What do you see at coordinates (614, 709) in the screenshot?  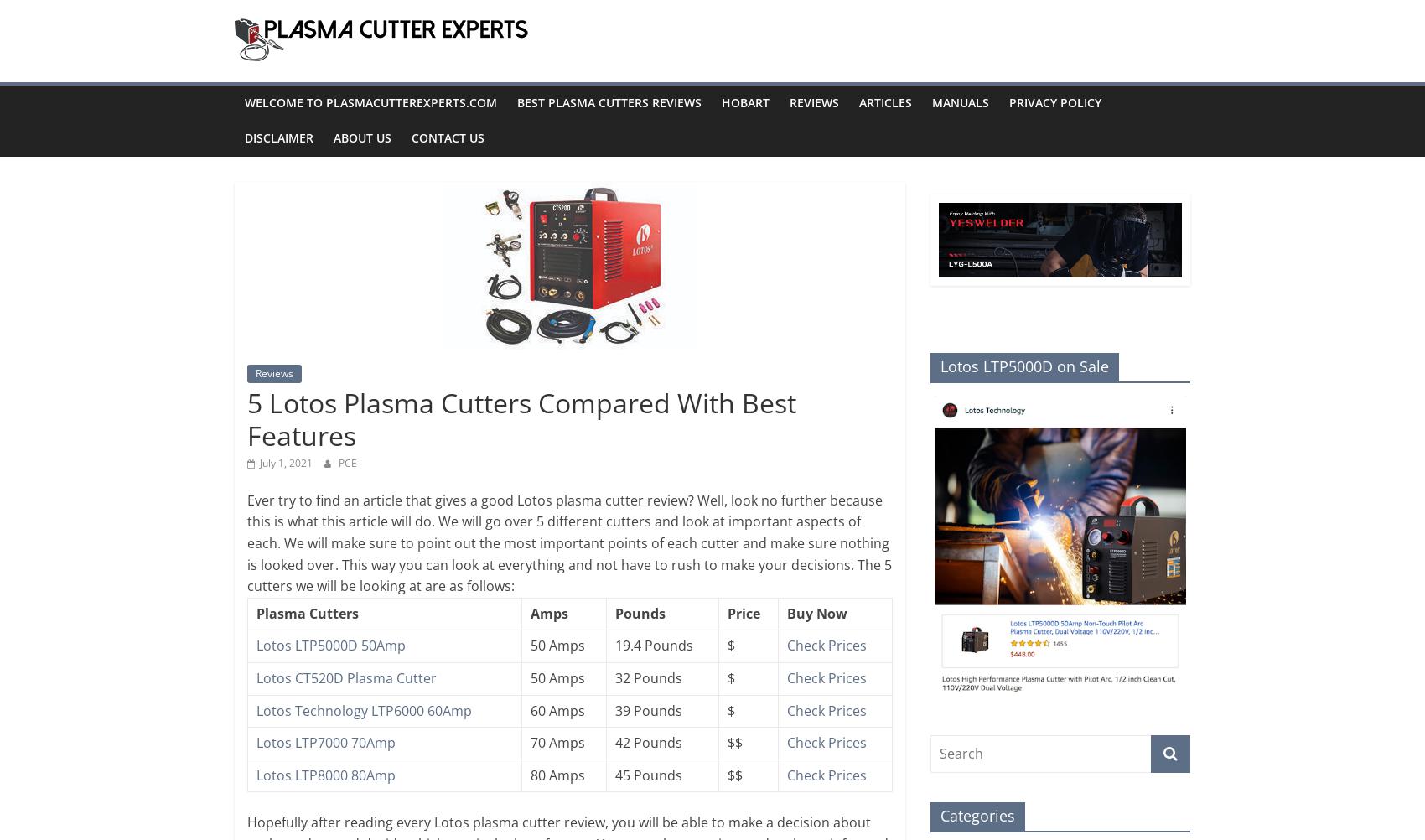 I see `'39 Pounds'` at bounding box center [614, 709].